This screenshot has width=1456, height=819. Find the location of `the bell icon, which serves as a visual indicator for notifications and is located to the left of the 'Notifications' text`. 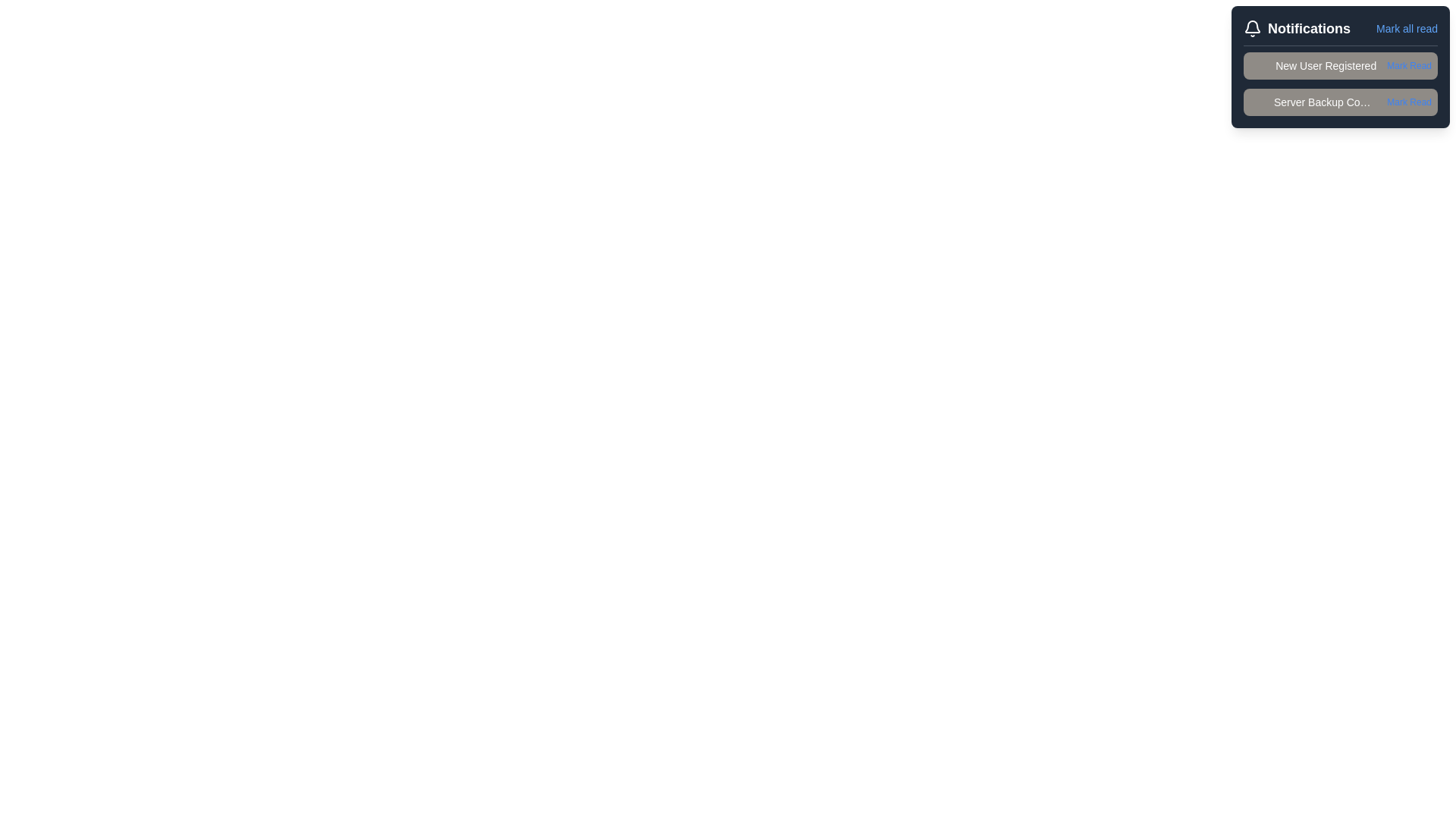

the bell icon, which serves as a visual indicator for notifications and is located to the left of the 'Notifications' text is located at coordinates (1252, 29).